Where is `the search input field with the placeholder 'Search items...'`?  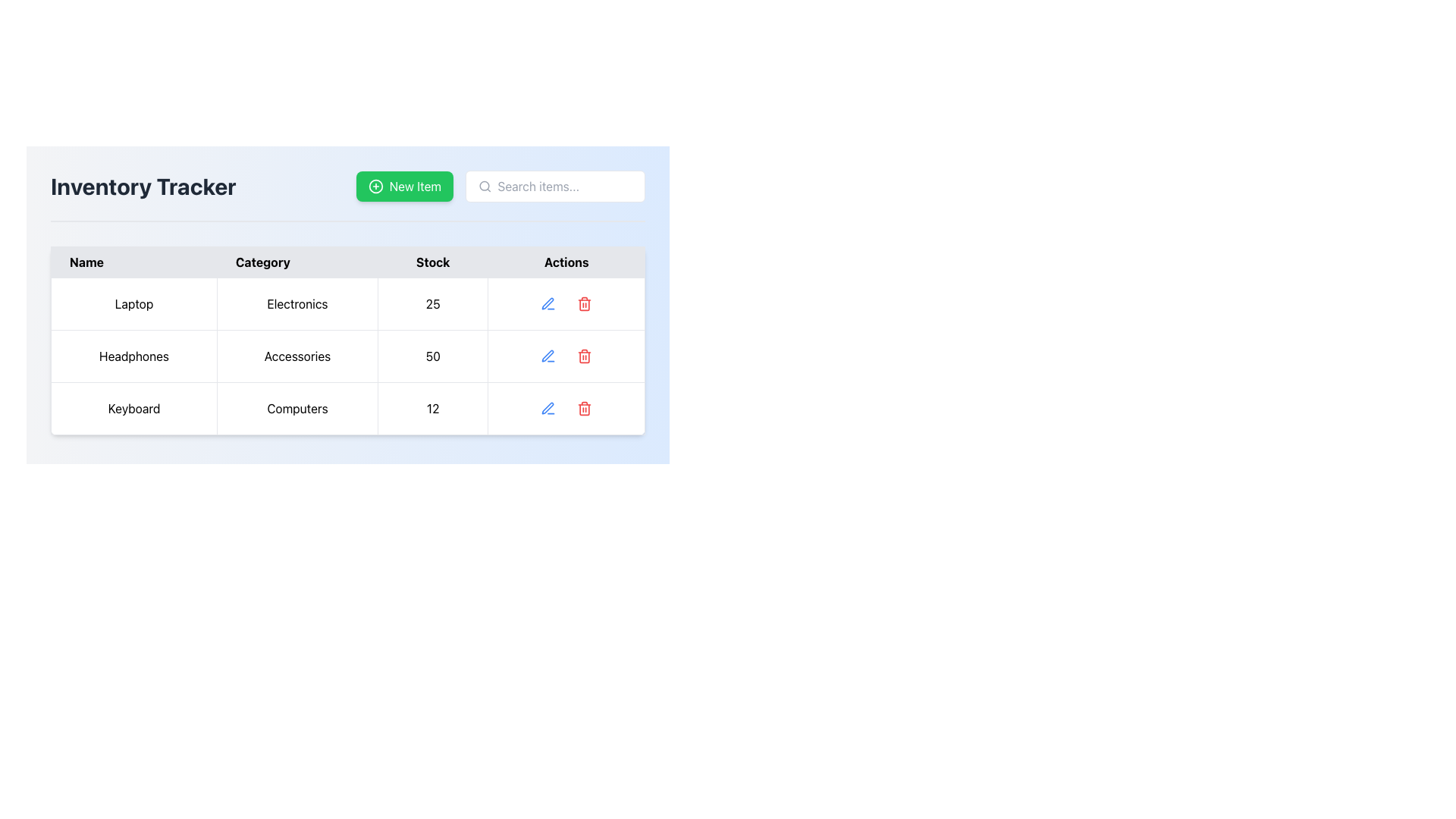 the search input field with the placeholder 'Search items...' is located at coordinates (564, 186).